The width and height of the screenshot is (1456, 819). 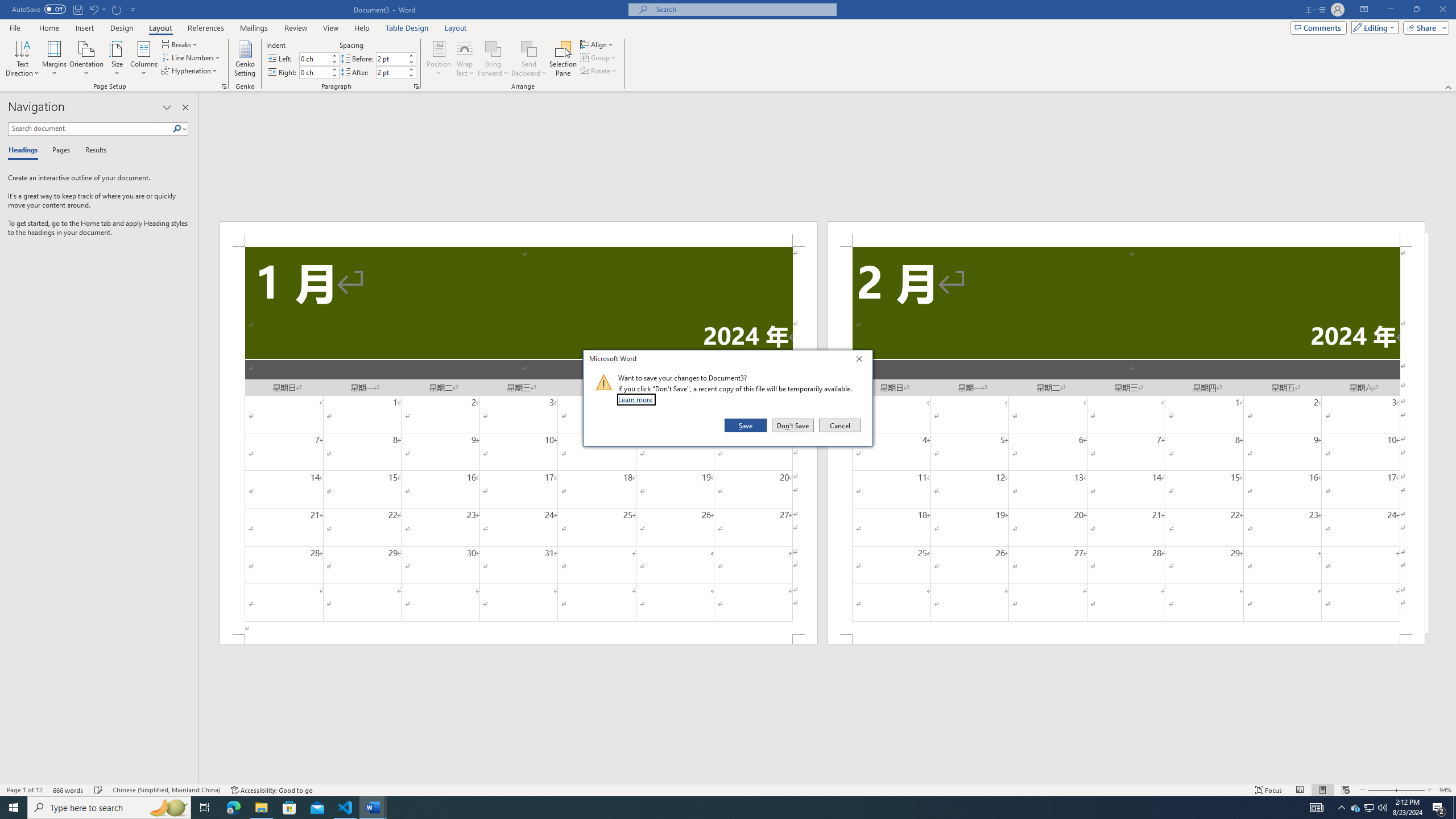 What do you see at coordinates (839, 425) in the screenshot?
I see `'Cancel'` at bounding box center [839, 425].